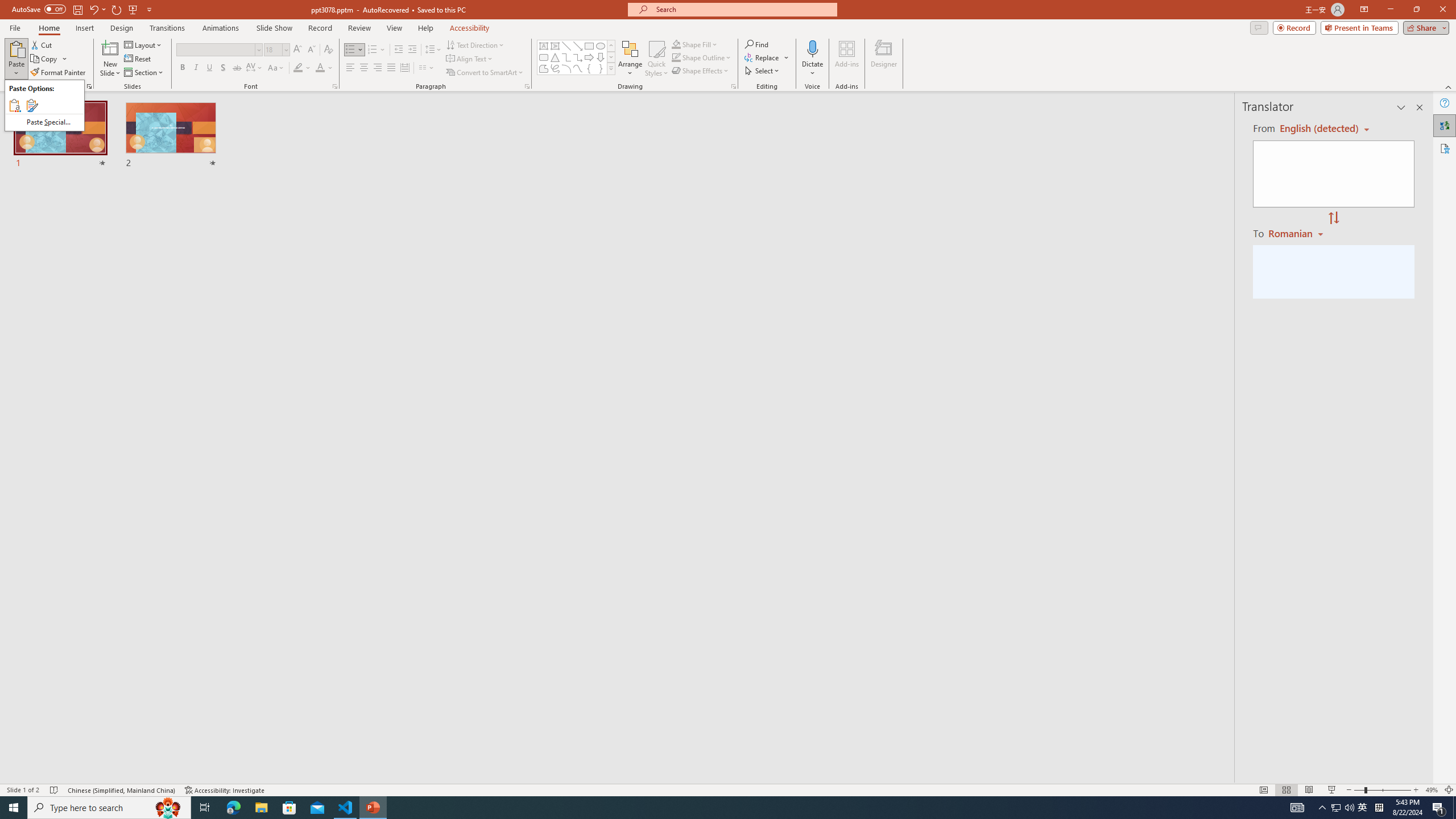  What do you see at coordinates (1416, 9) in the screenshot?
I see `'Restore Down'` at bounding box center [1416, 9].